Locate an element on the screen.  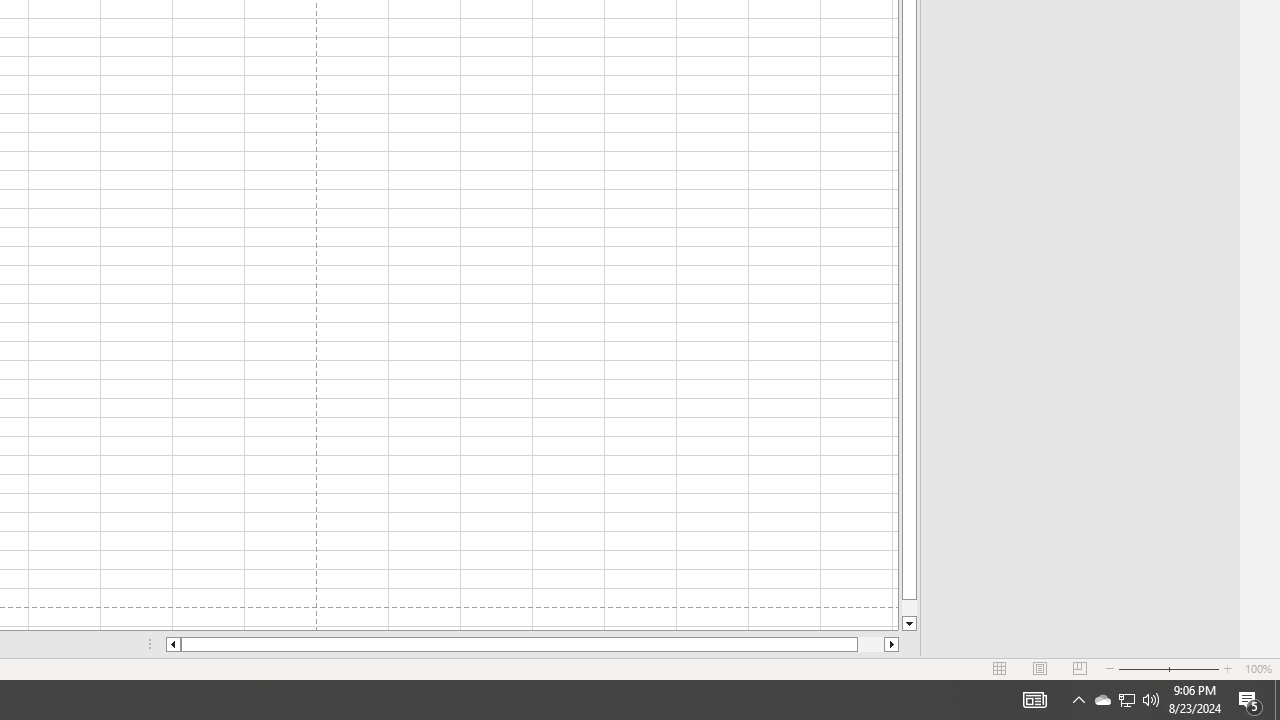
'Class: NetUIScrollBar' is located at coordinates (532, 644).